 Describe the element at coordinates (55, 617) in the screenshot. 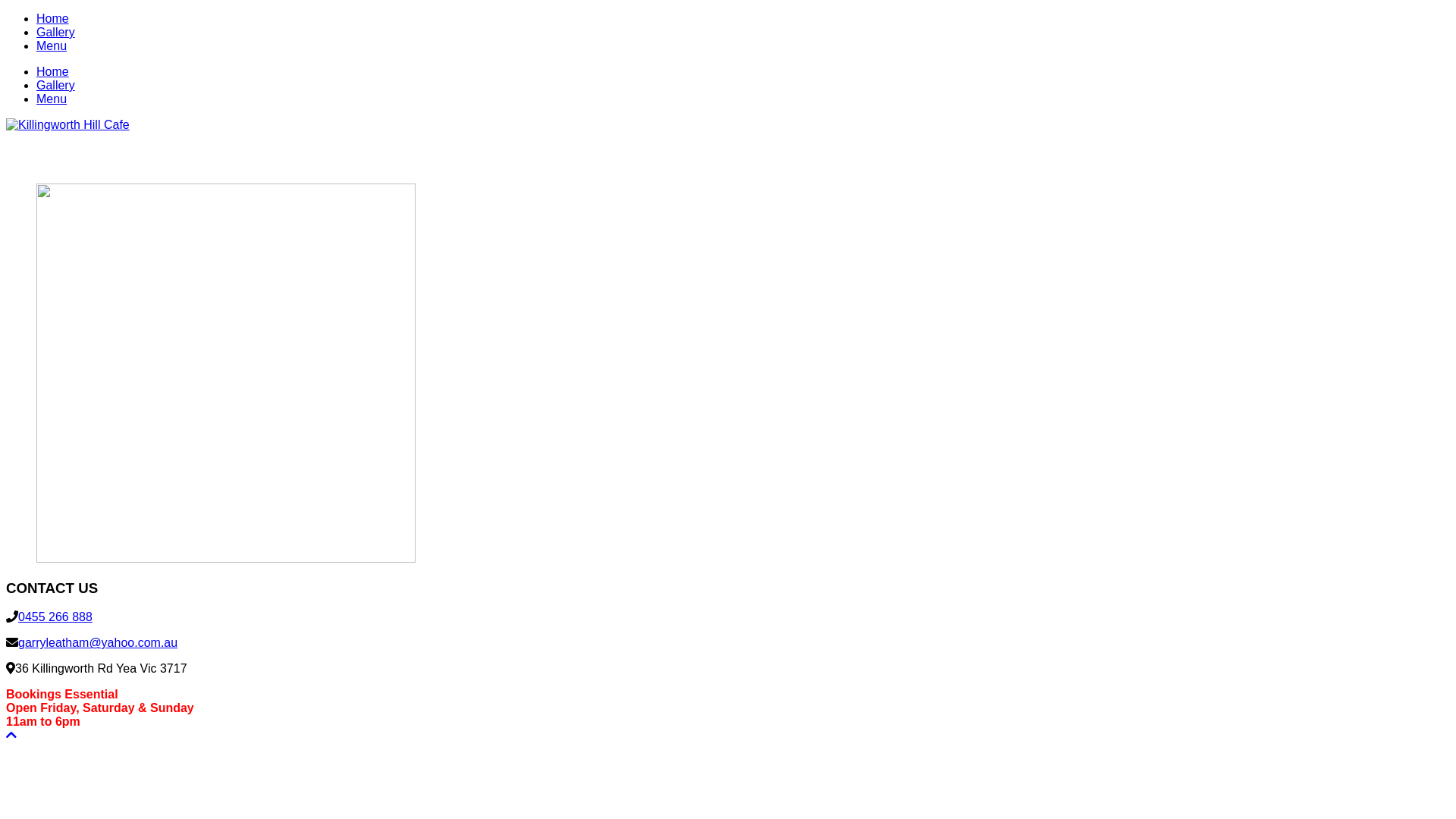

I see `'0455 266 888'` at that location.